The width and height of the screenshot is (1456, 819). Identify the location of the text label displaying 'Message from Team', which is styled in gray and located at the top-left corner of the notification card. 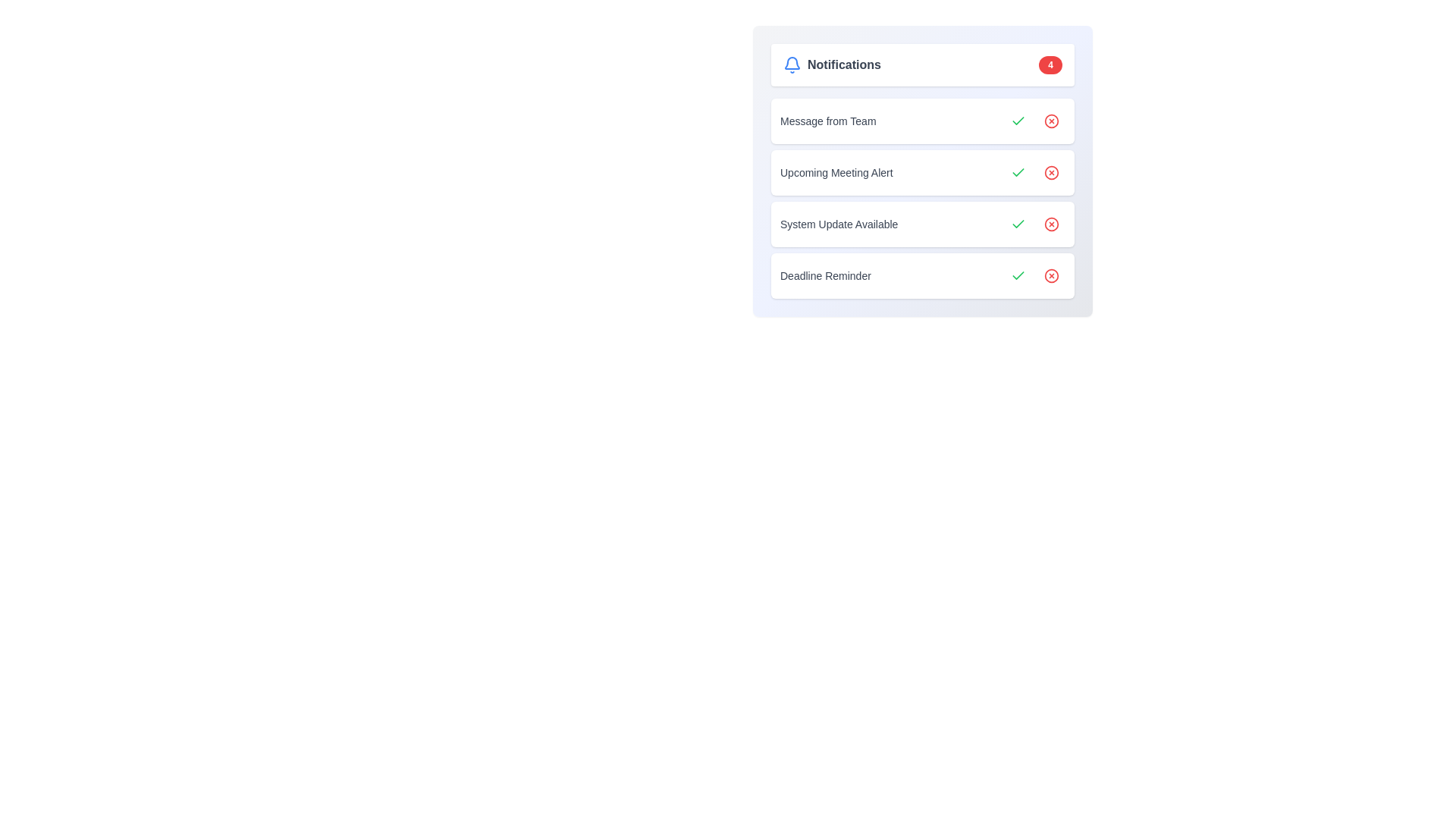
(827, 120).